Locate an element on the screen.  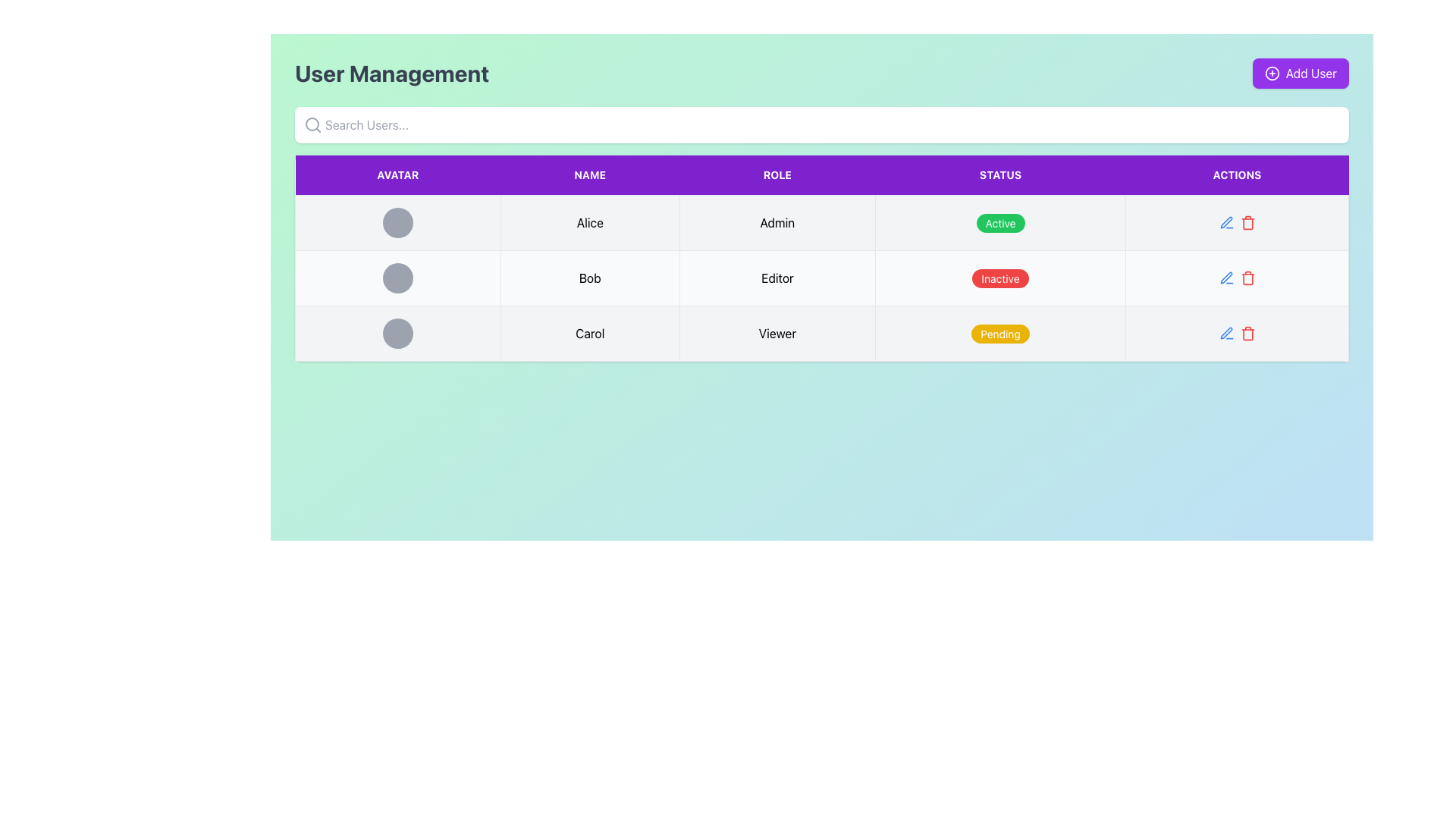
the circular avatar placeholder filled with gray color in the row associated with 'Carol' located in the third row under the 'Avatar' column is located at coordinates (397, 332).